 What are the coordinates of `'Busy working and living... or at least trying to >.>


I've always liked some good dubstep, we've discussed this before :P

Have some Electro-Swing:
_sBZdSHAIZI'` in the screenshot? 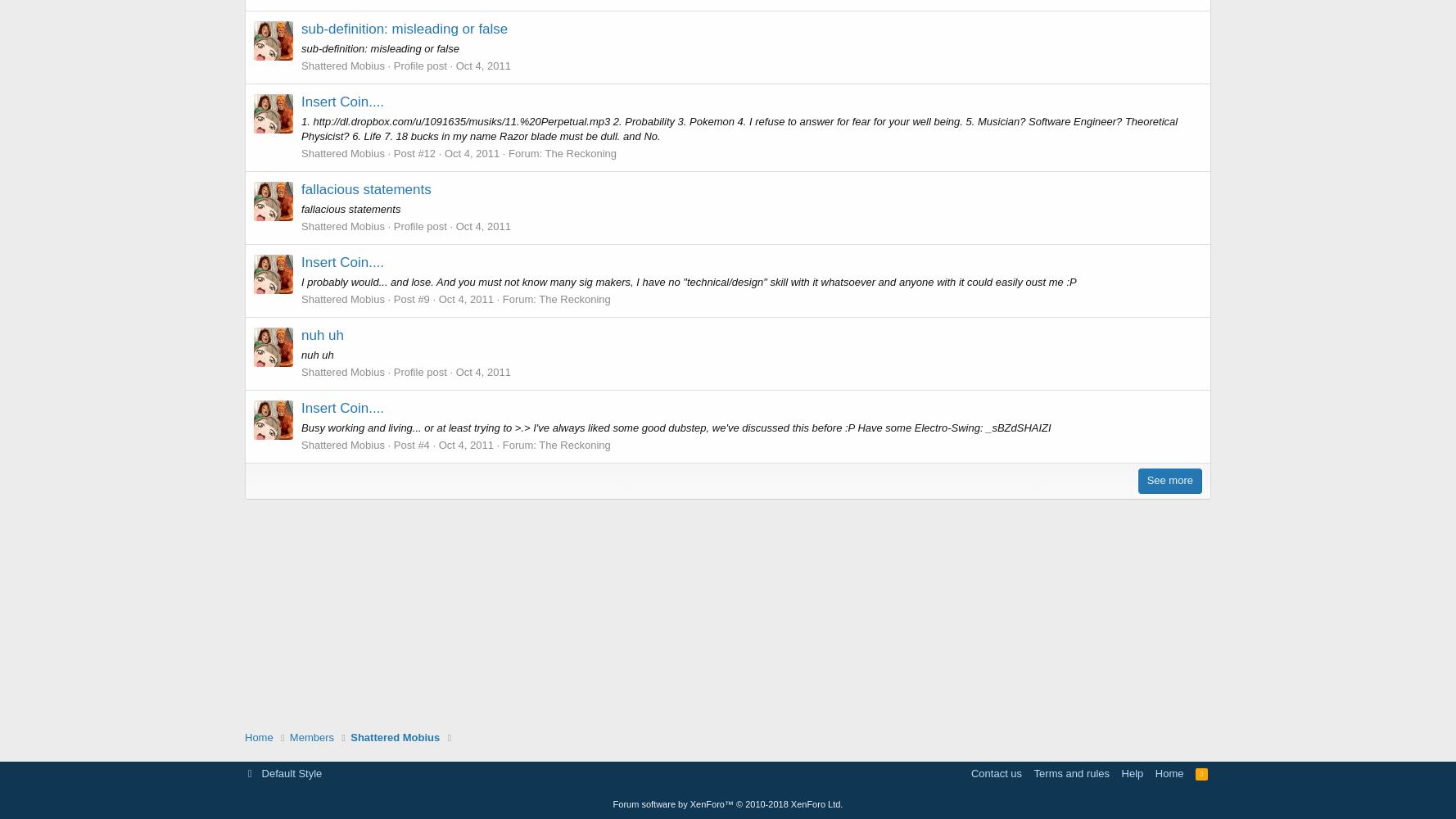 It's located at (676, 427).